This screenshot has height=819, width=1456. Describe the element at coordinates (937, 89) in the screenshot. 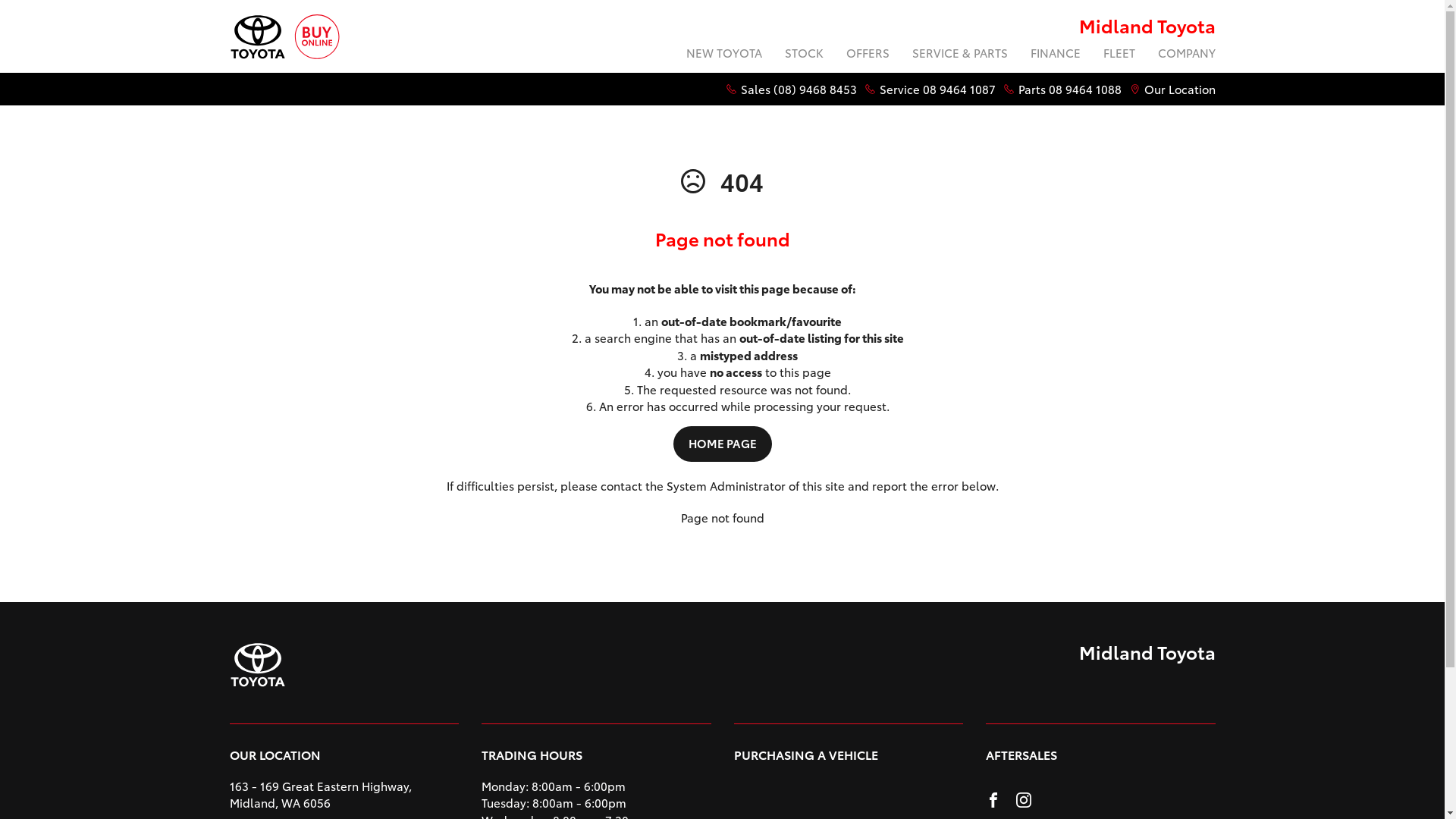

I see `'Service 08 9464 1087'` at that location.